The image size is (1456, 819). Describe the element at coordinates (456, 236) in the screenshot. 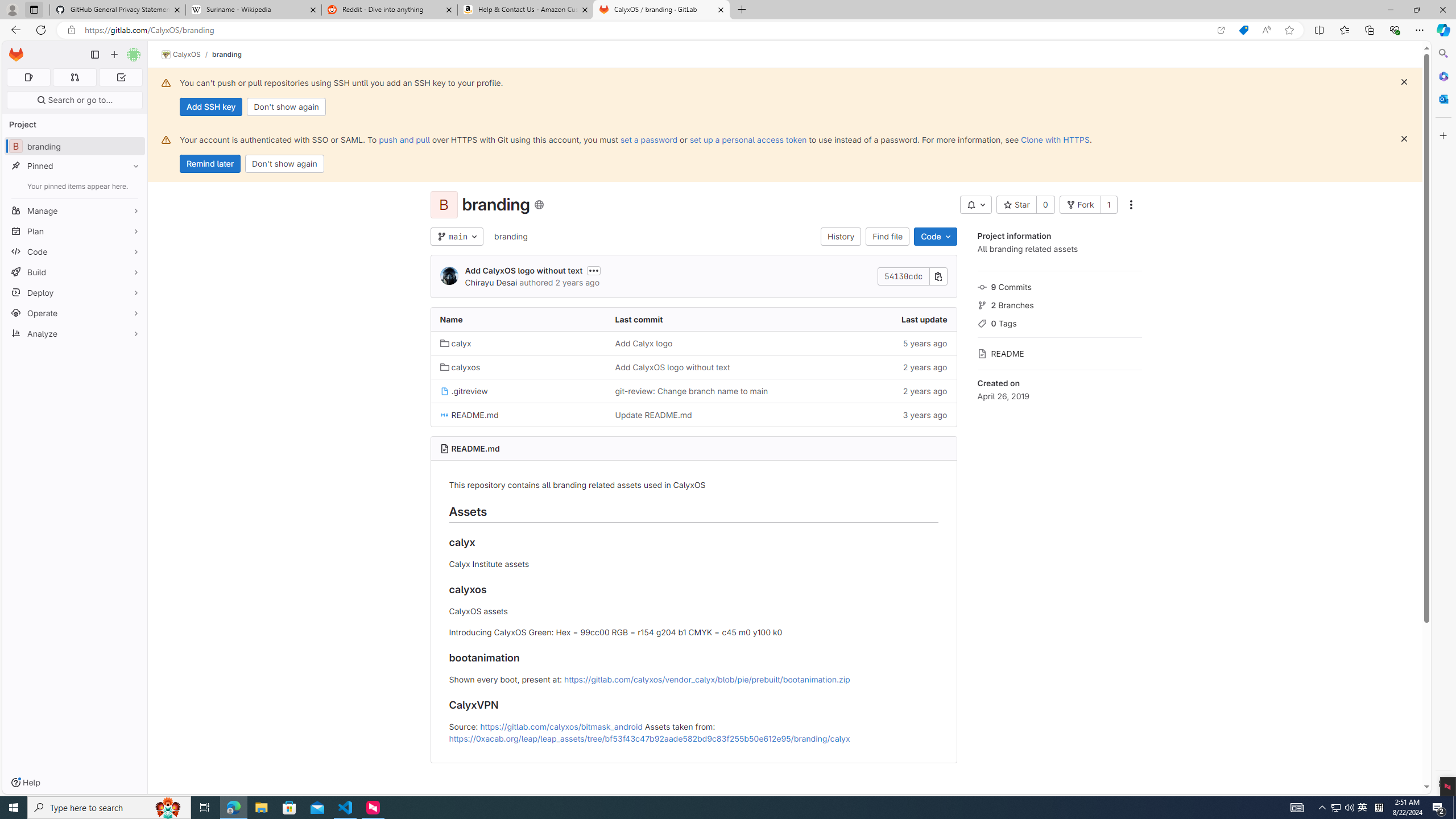

I see `'main'` at that location.